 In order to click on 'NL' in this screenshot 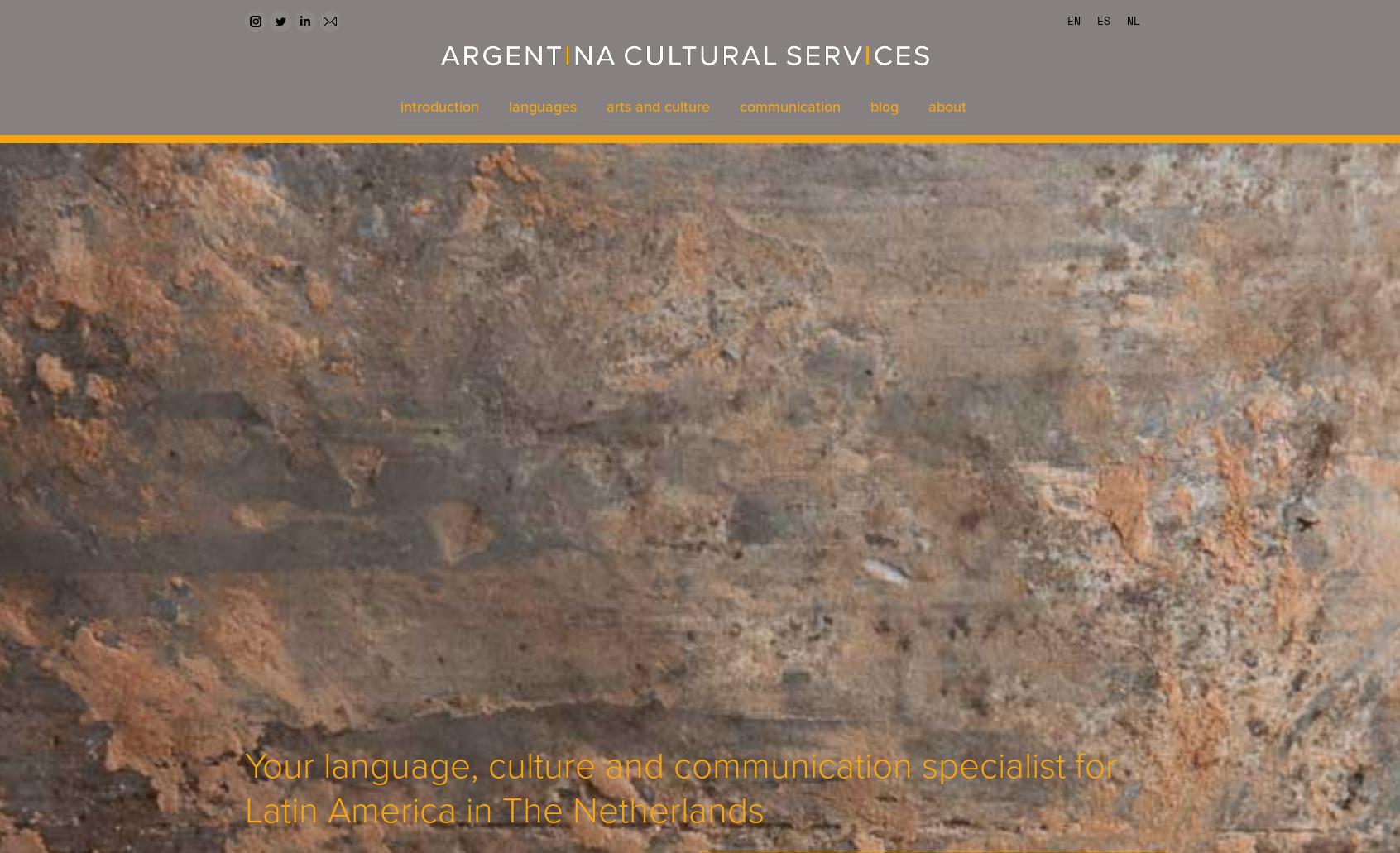, I will do `click(1134, 20)`.